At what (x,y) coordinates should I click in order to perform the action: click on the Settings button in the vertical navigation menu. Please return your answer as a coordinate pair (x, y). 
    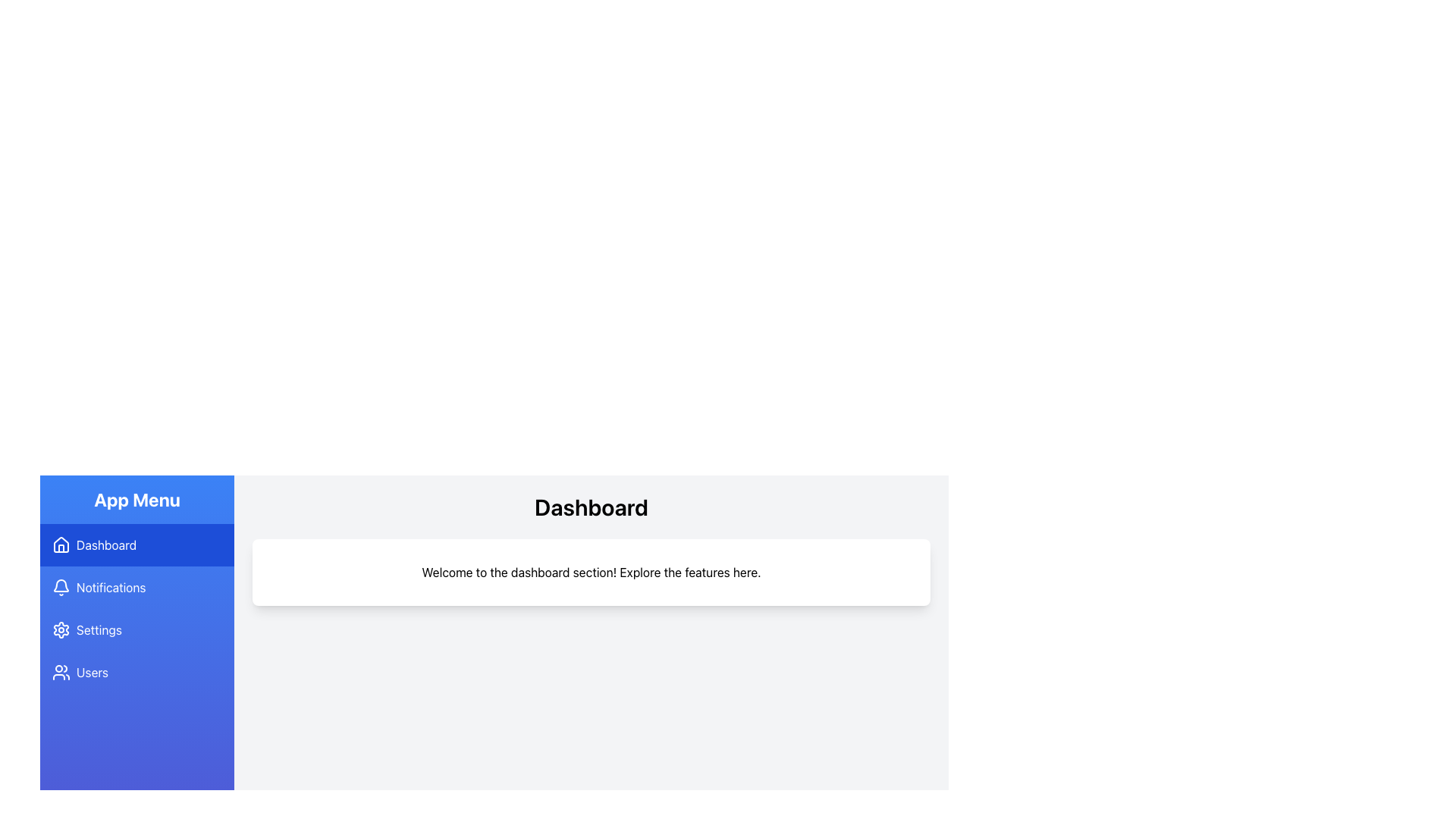
    Looking at the image, I should click on (137, 629).